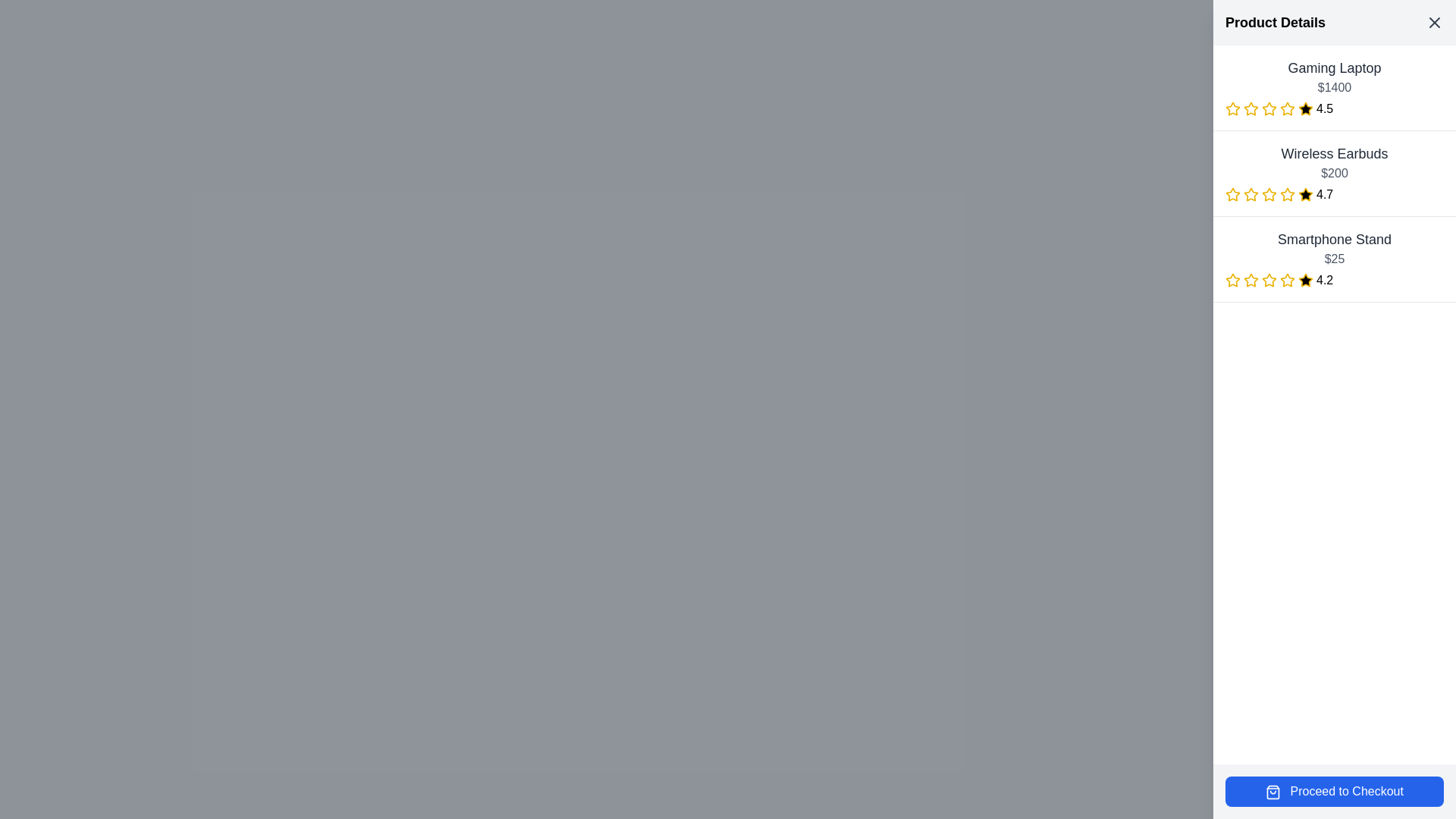 This screenshot has width=1456, height=819. Describe the element at coordinates (1250, 193) in the screenshot. I see `the second star icon in the product rating system for the 'Wireless Earbuds' to assign a two-star rating` at that location.